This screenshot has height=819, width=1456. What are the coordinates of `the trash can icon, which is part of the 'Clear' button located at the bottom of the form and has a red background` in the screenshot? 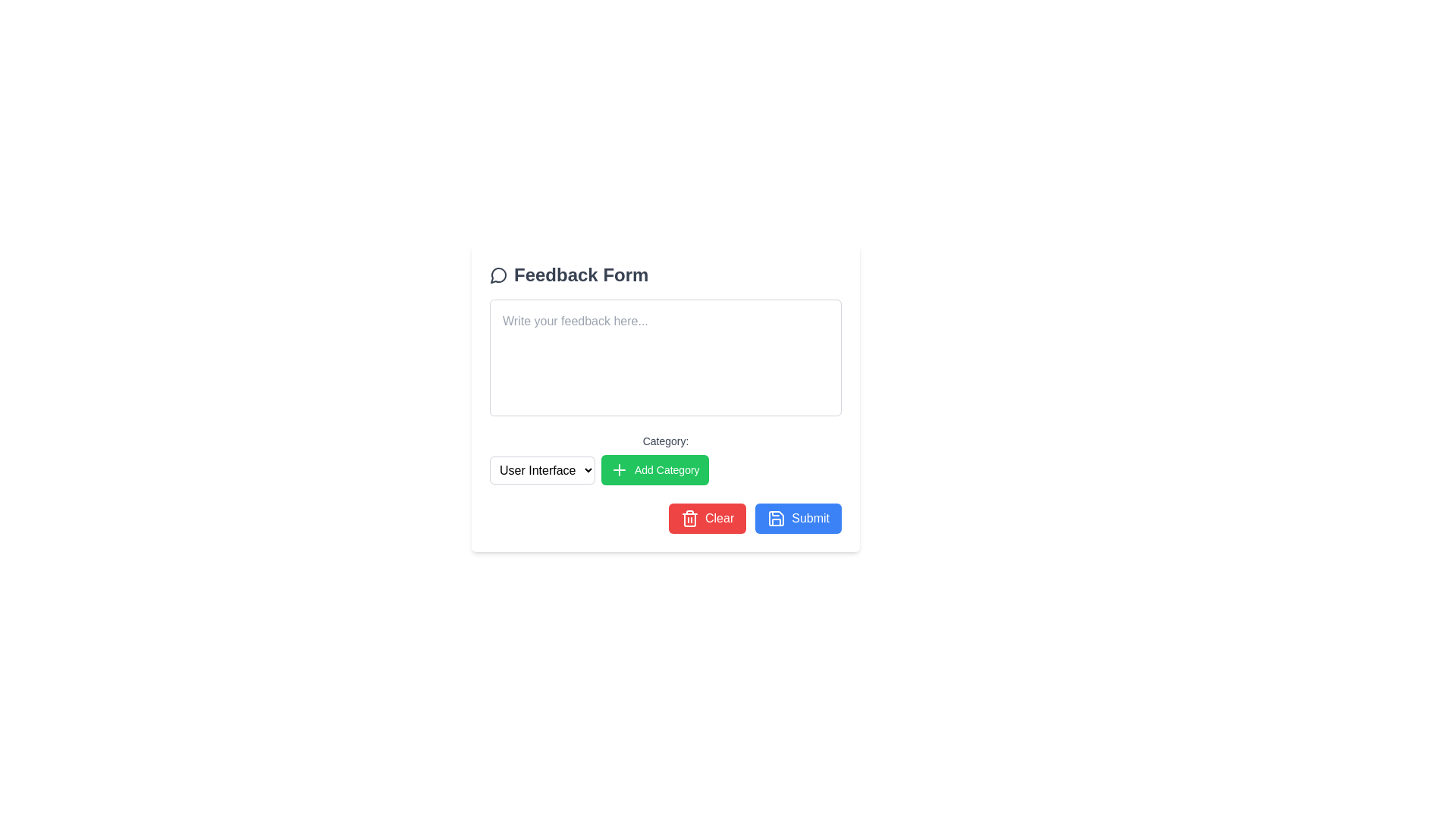 It's located at (689, 517).